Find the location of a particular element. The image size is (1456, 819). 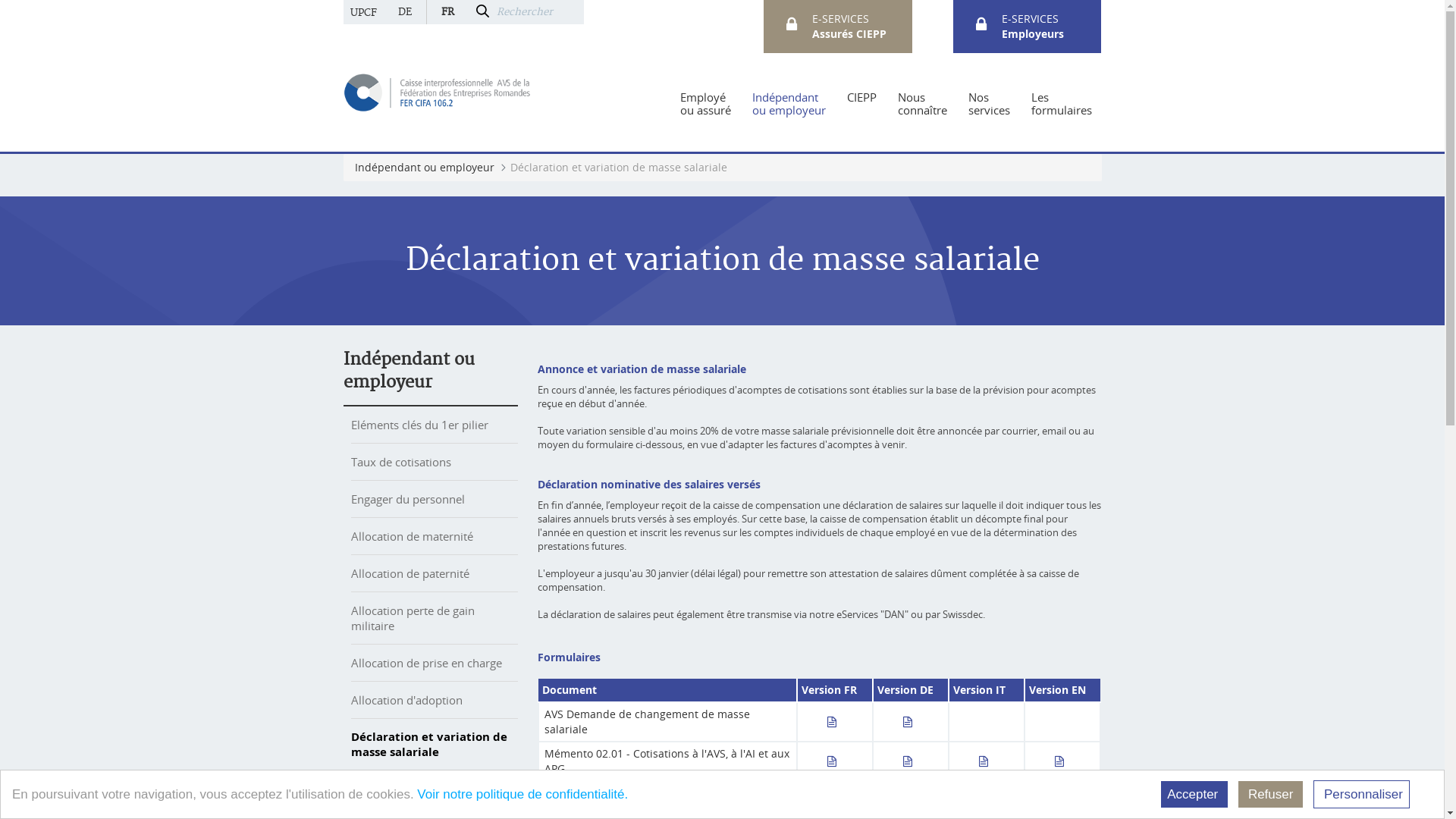

'Allocation de prise en charge' is located at coordinates (425, 662).